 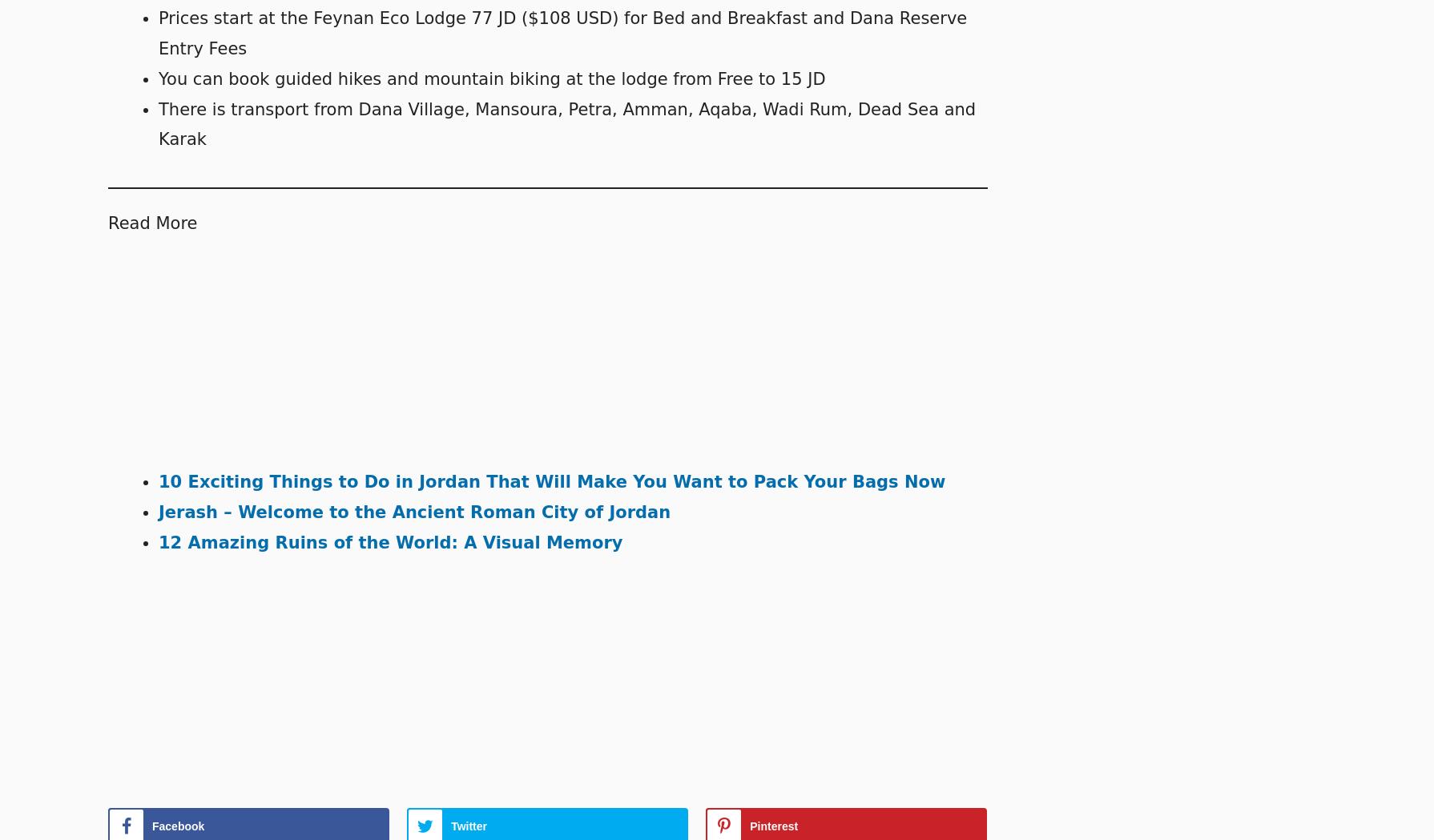 What do you see at coordinates (490, 77) in the screenshot?
I see `'You can book guided hikes and mountain biking at the lodge from Free to 15 JD'` at bounding box center [490, 77].